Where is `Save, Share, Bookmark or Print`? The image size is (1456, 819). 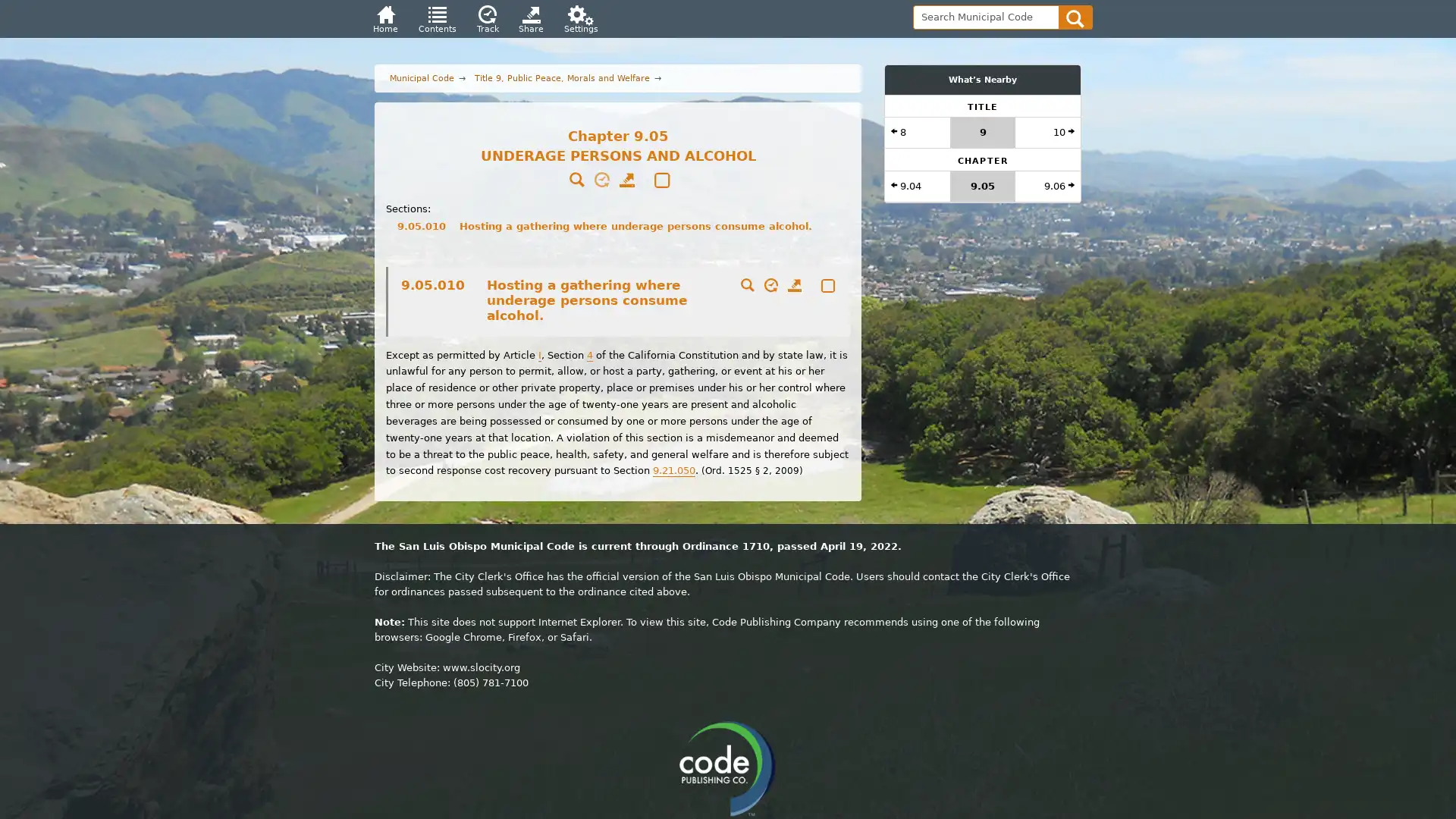
Save, Share, Bookmark or Print is located at coordinates (626, 180).